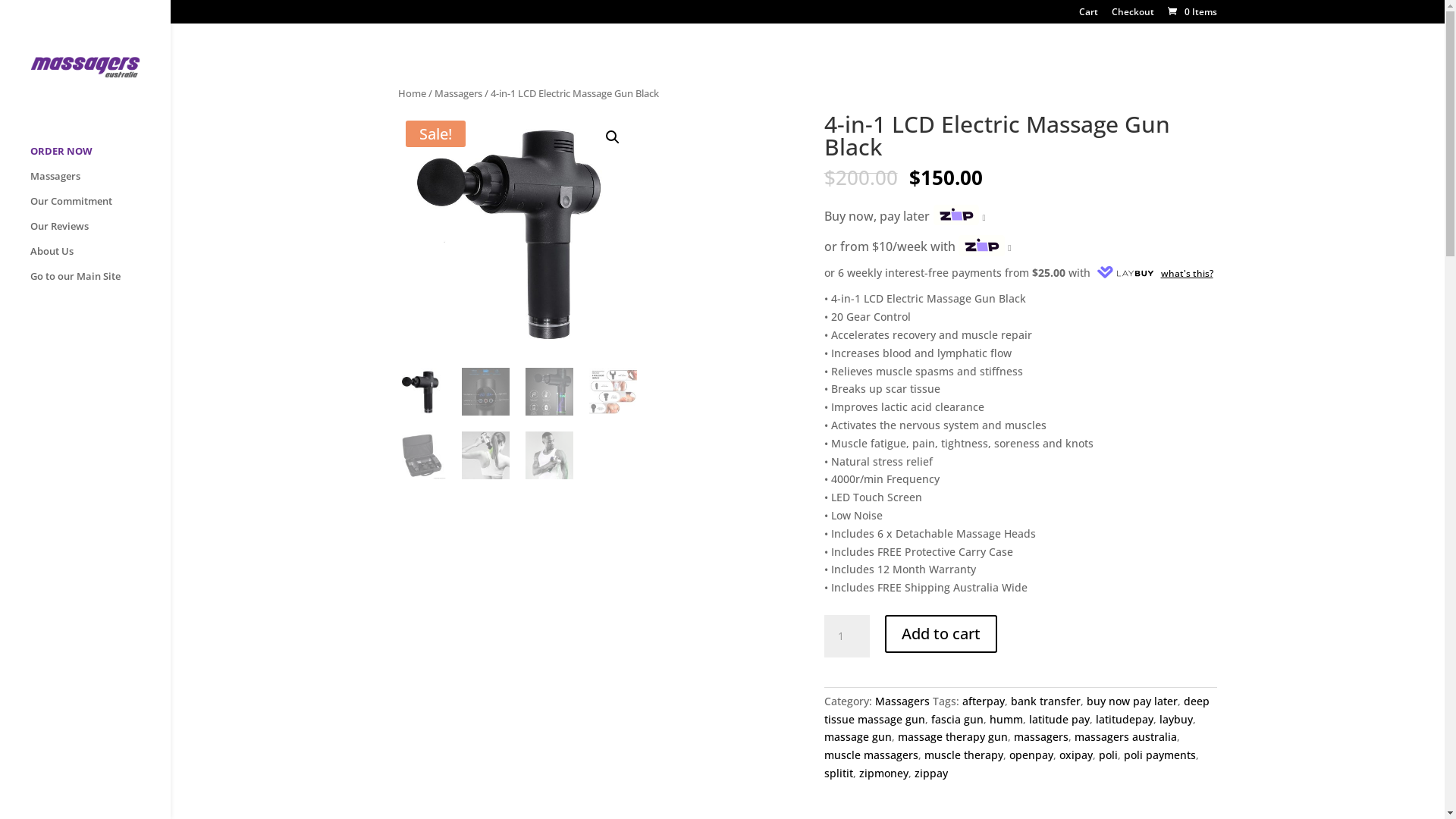 The height and width of the screenshot is (819, 1456). What do you see at coordinates (1058, 718) in the screenshot?
I see `'latitude pay'` at bounding box center [1058, 718].